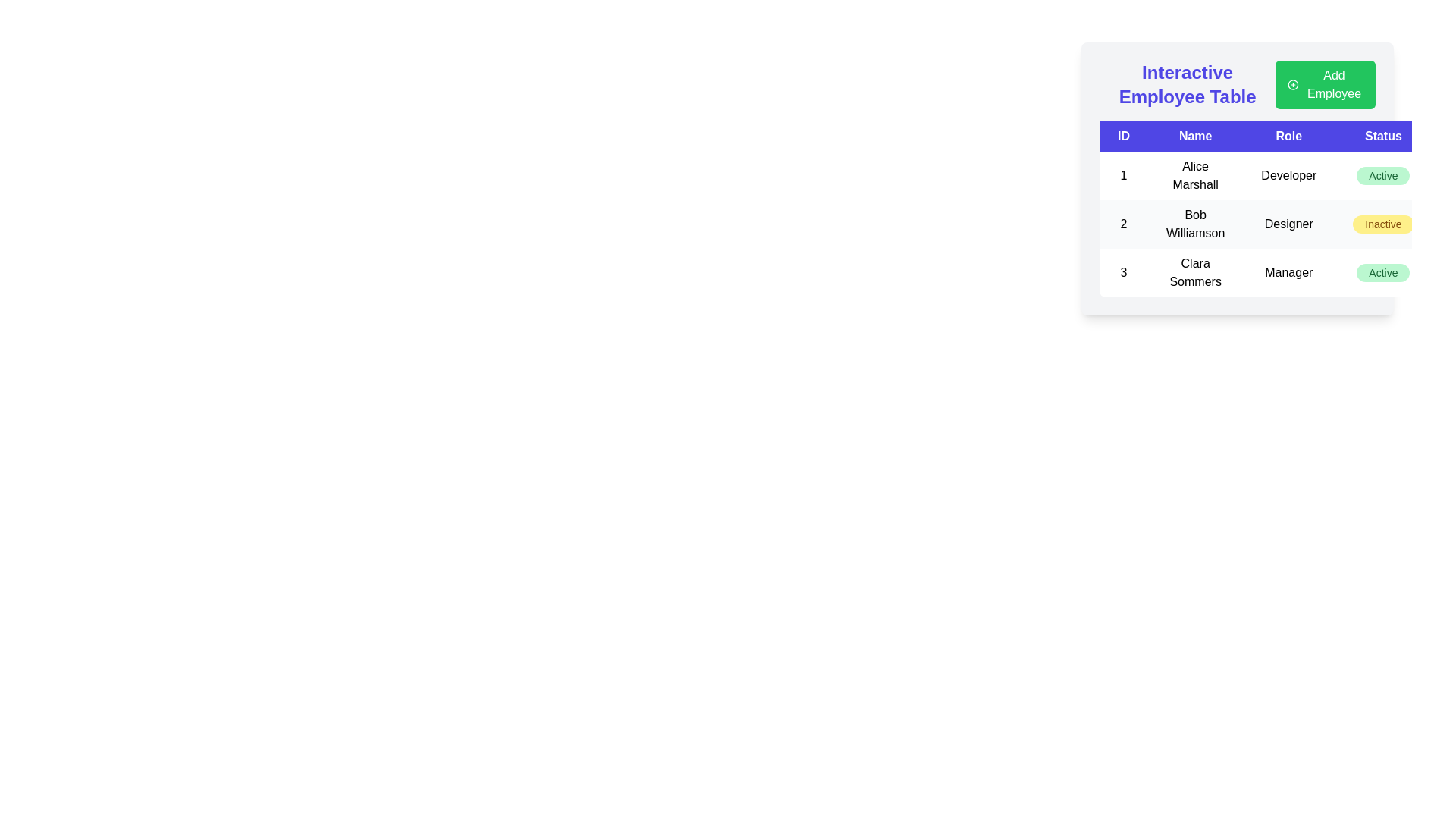 The height and width of the screenshot is (819, 1456). What do you see at coordinates (1292, 84) in the screenshot?
I see `the circle element of the plus icon within the 'Add Employee' button located at the top-right corner of the interactive table interface` at bounding box center [1292, 84].